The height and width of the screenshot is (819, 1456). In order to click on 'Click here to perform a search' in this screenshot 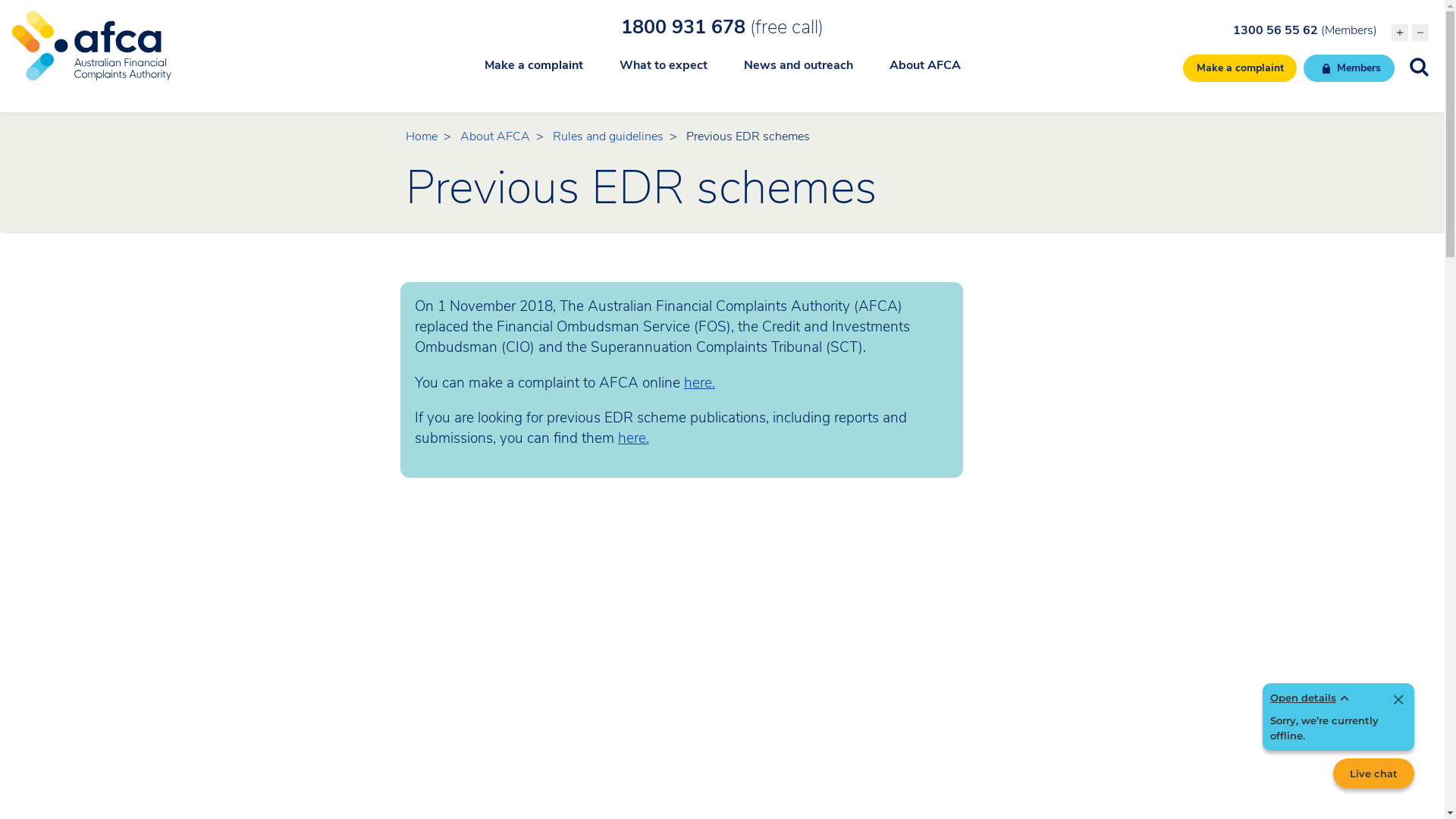, I will do `click(1418, 66)`.